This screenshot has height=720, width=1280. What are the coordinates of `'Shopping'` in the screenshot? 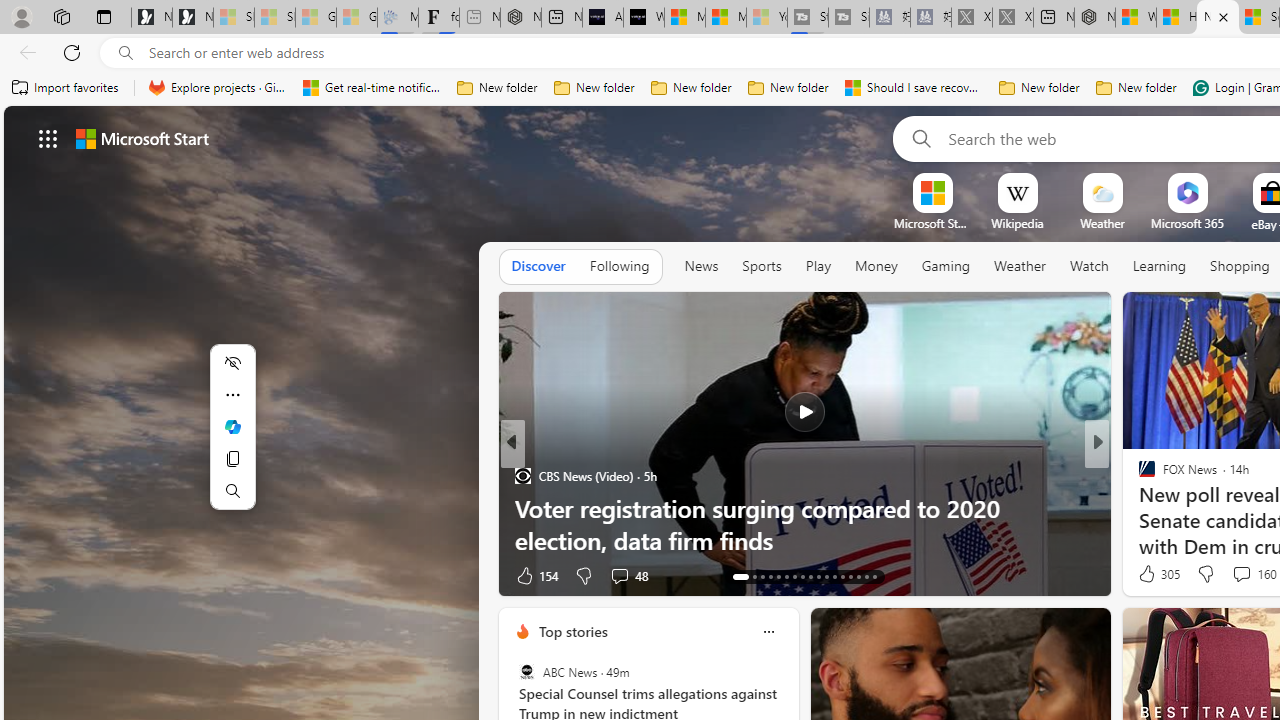 It's located at (1239, 265).